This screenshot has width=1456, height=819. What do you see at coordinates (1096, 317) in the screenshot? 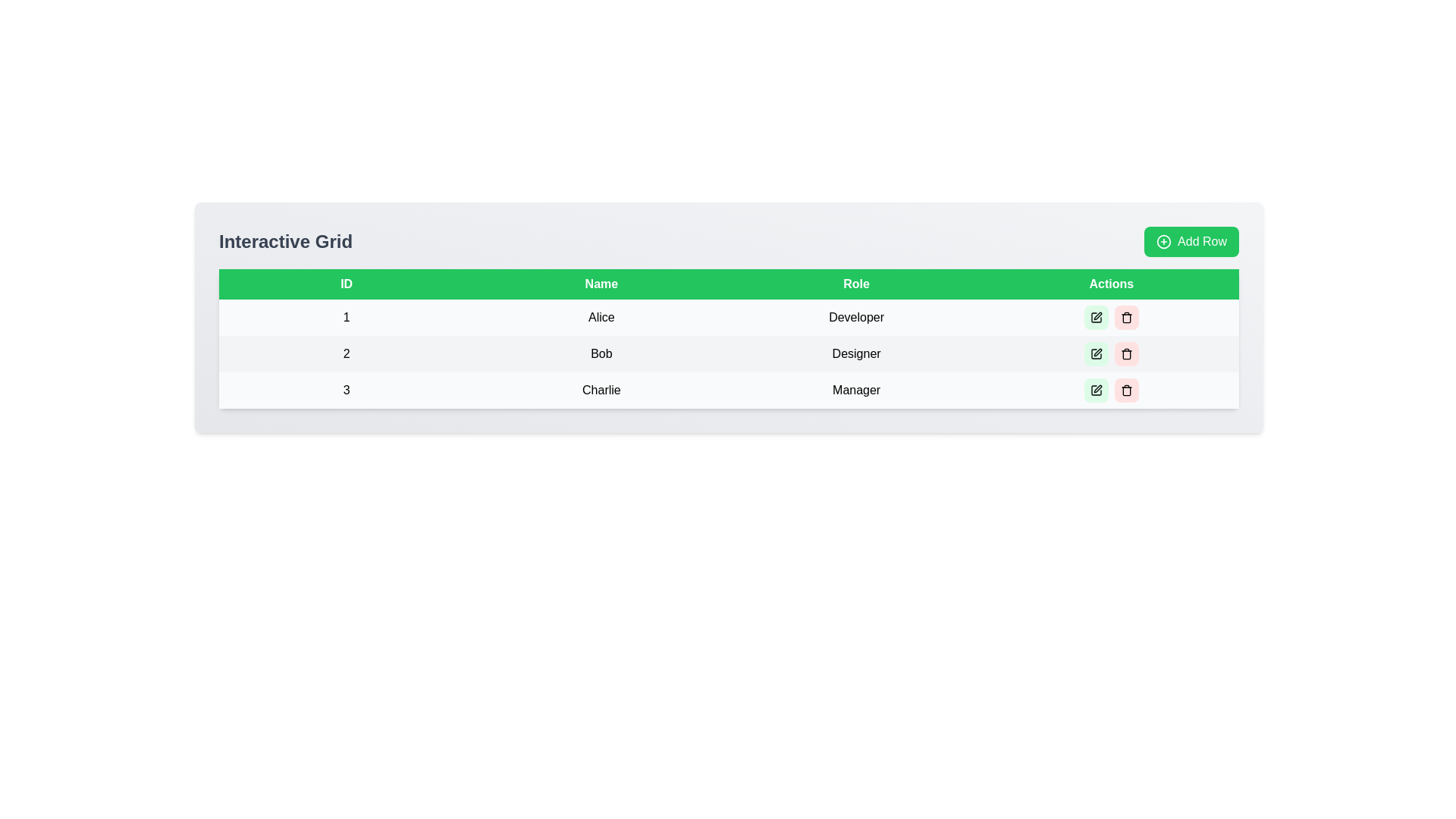
I see `the pen icon inside the green button located in the actions column of the first row in the data grid` at bounding box center [1096, 317].